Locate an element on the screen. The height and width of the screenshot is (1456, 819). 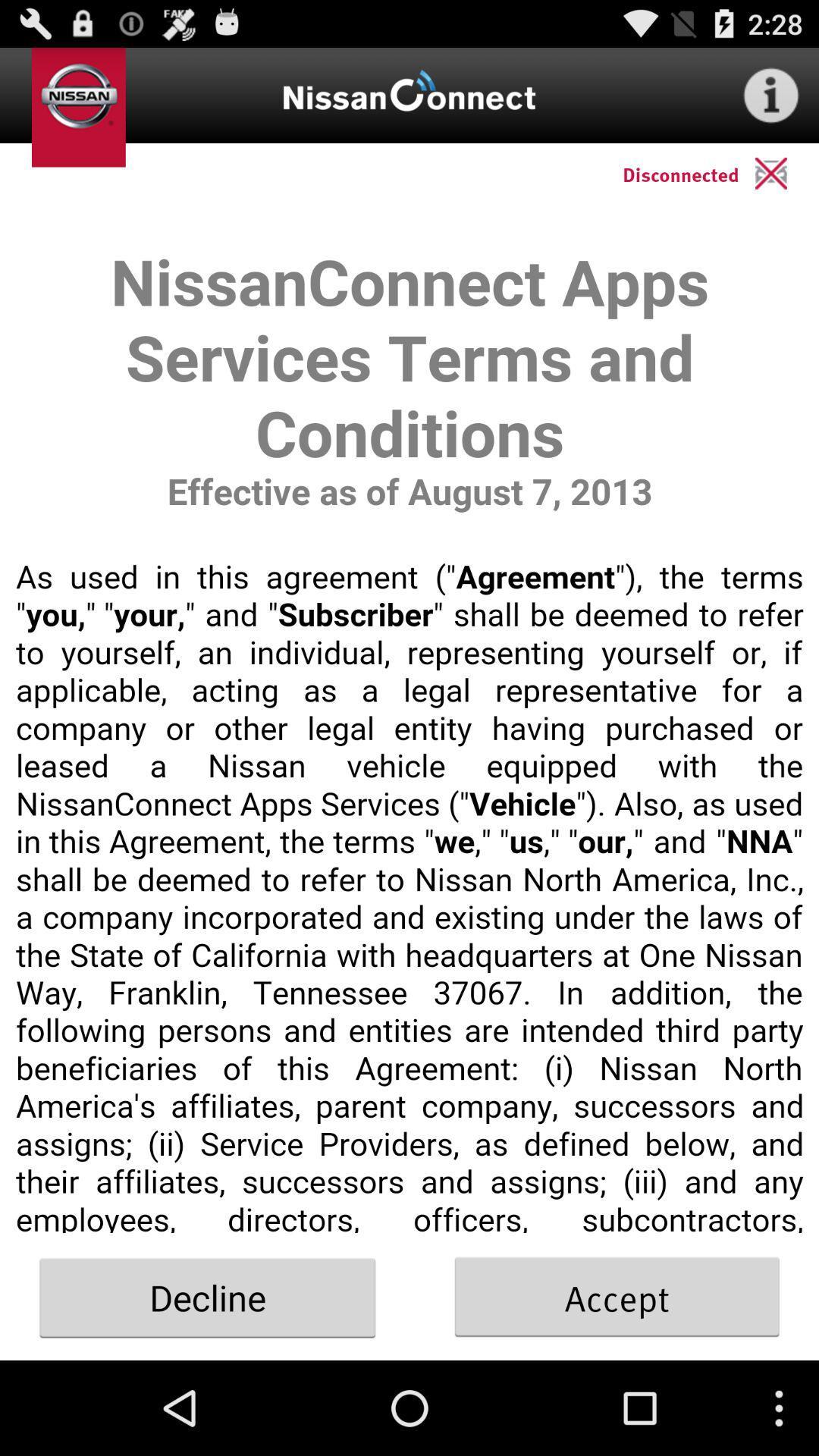
close is located at coordinates (786, 173).